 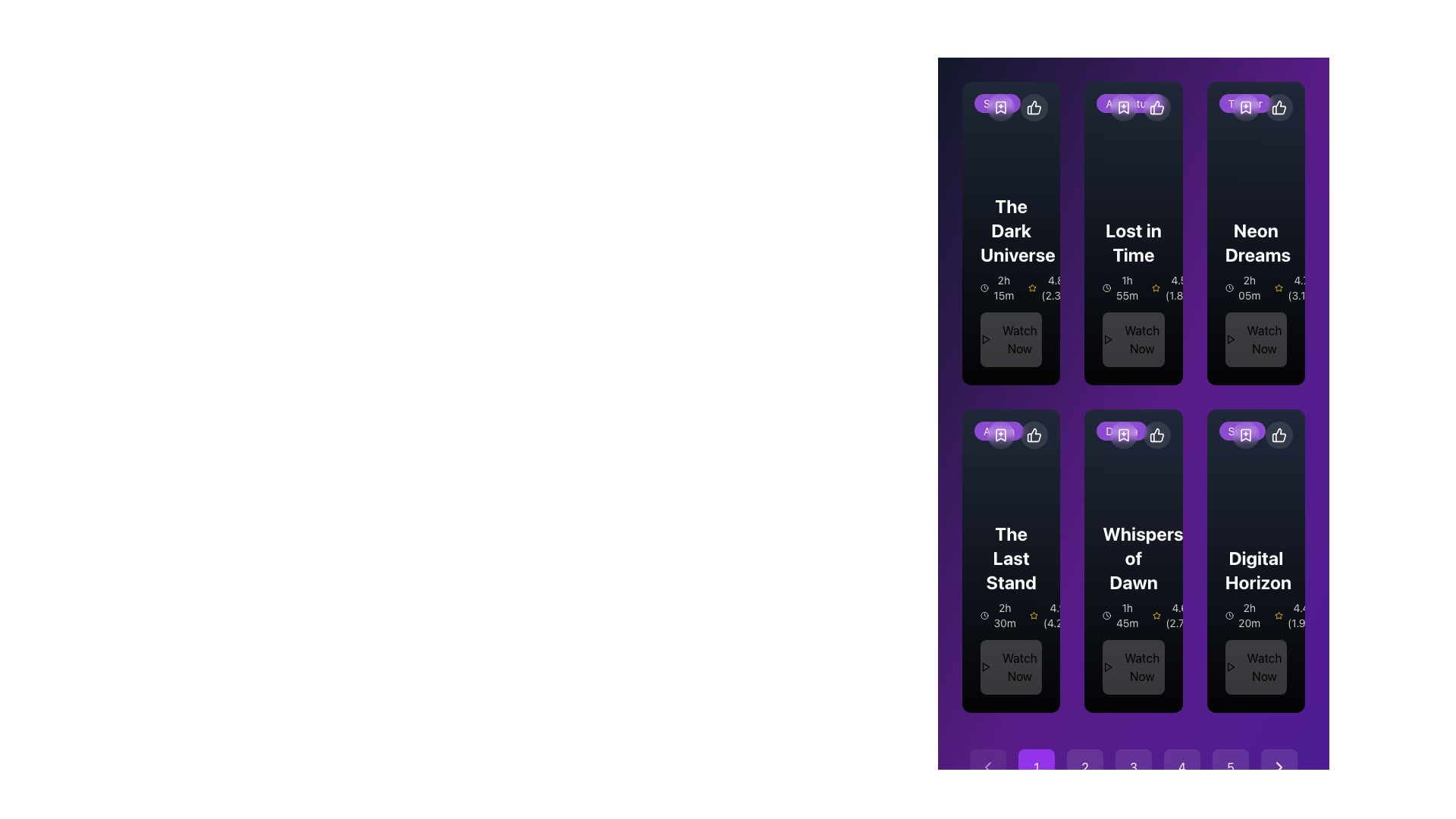 What do you see at coordinates (1106, 288) in the screenshot?
I see `the graphical clock icon located in the 'Lost in Time' card, which has a minimalist design and is positioned to the left of the duration text '1h 55m'` at bounding box center [1106, 288].